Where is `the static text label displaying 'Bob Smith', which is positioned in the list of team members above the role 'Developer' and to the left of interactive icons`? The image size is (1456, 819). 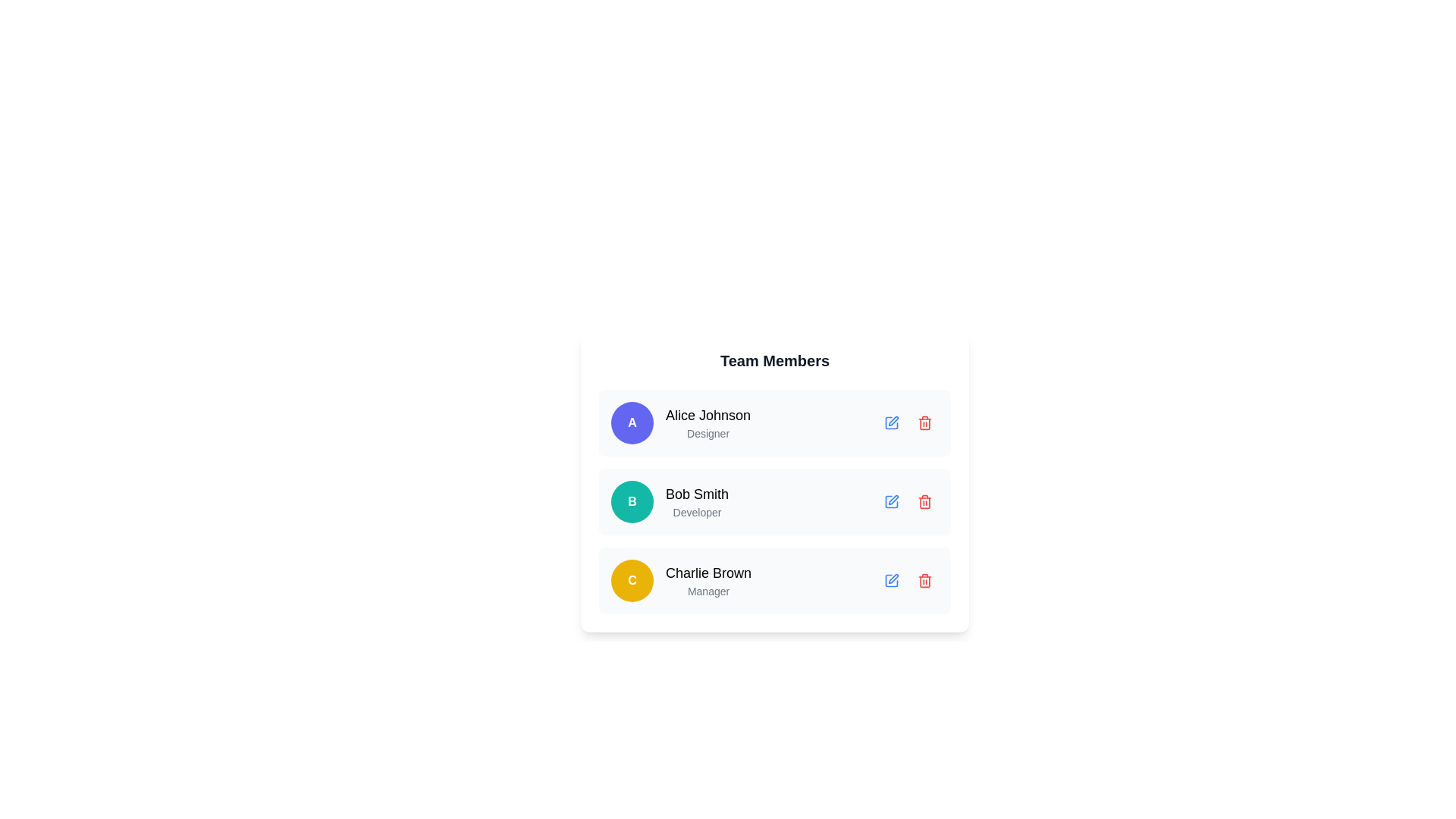 the static text label displaying 'Bob Smith', which is positioned in the list of team members above the role 'Developer' and to the left of interactive icons is located at coordinates (696, 494).